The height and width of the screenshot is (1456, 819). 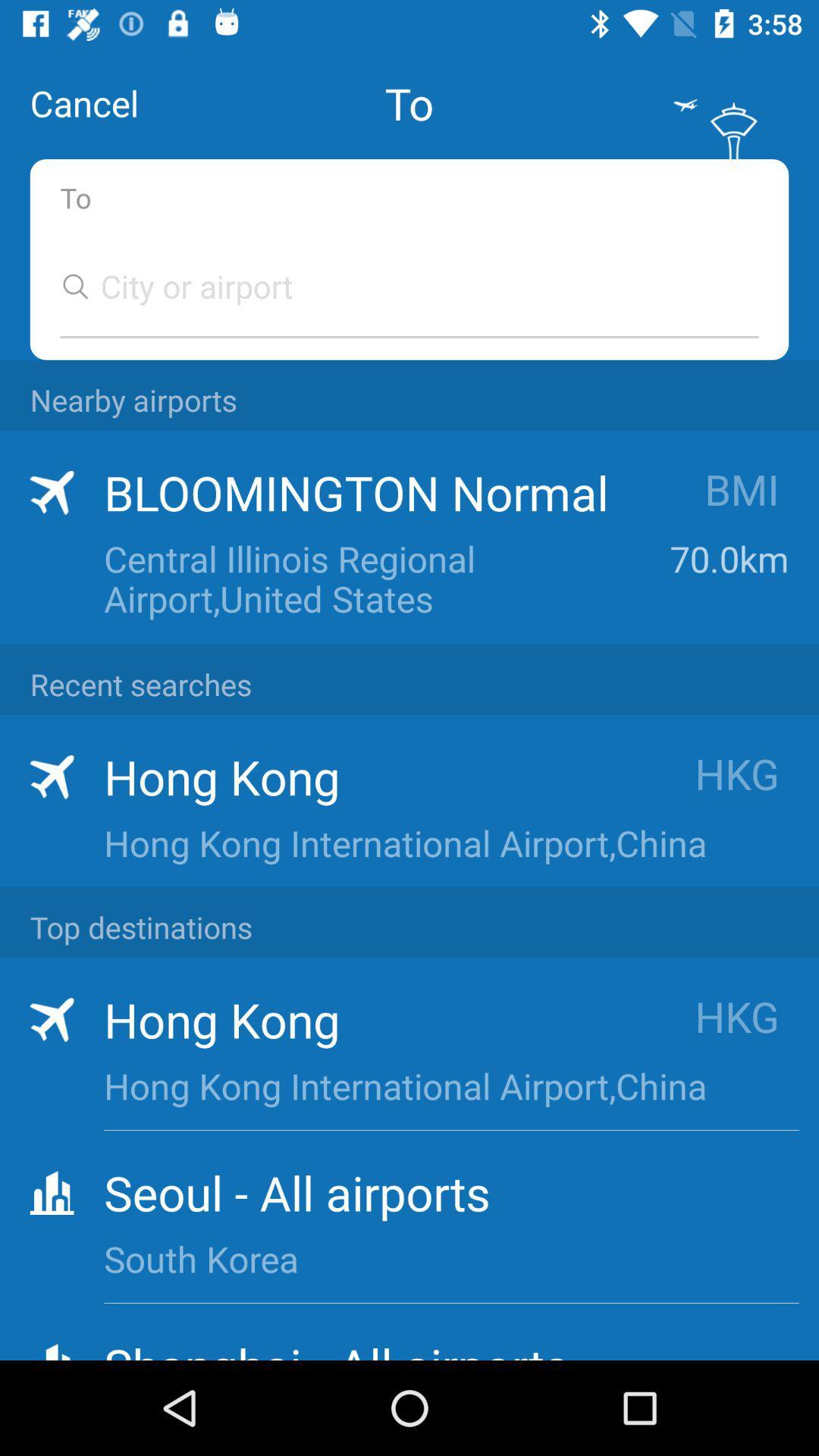 I want to click on destination, so click(x=394, y=286).